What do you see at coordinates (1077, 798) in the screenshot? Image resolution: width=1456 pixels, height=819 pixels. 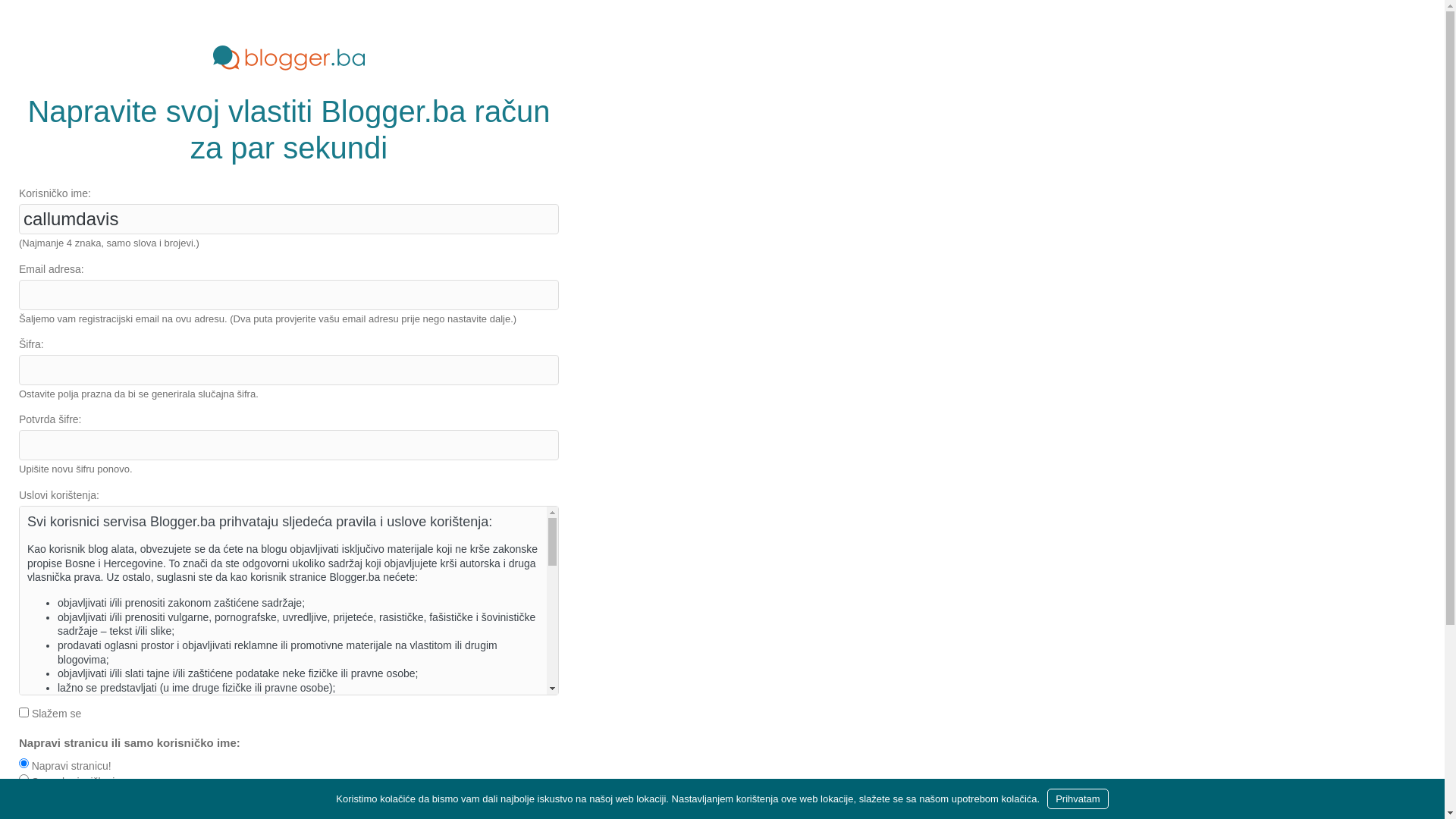 I see `'Prihvatam'` at bounding box center [1077, 798].